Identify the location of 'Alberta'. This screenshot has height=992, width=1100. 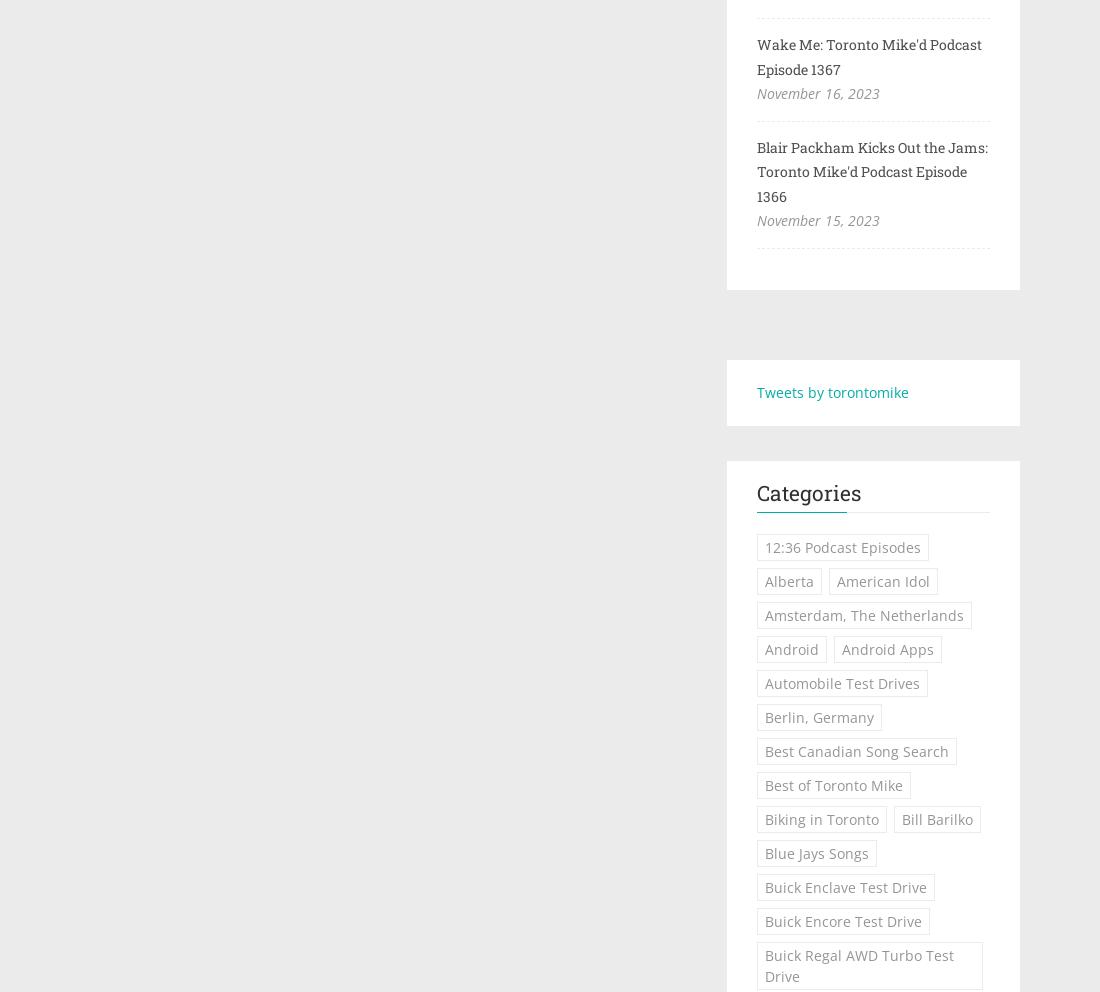
(763, 580).